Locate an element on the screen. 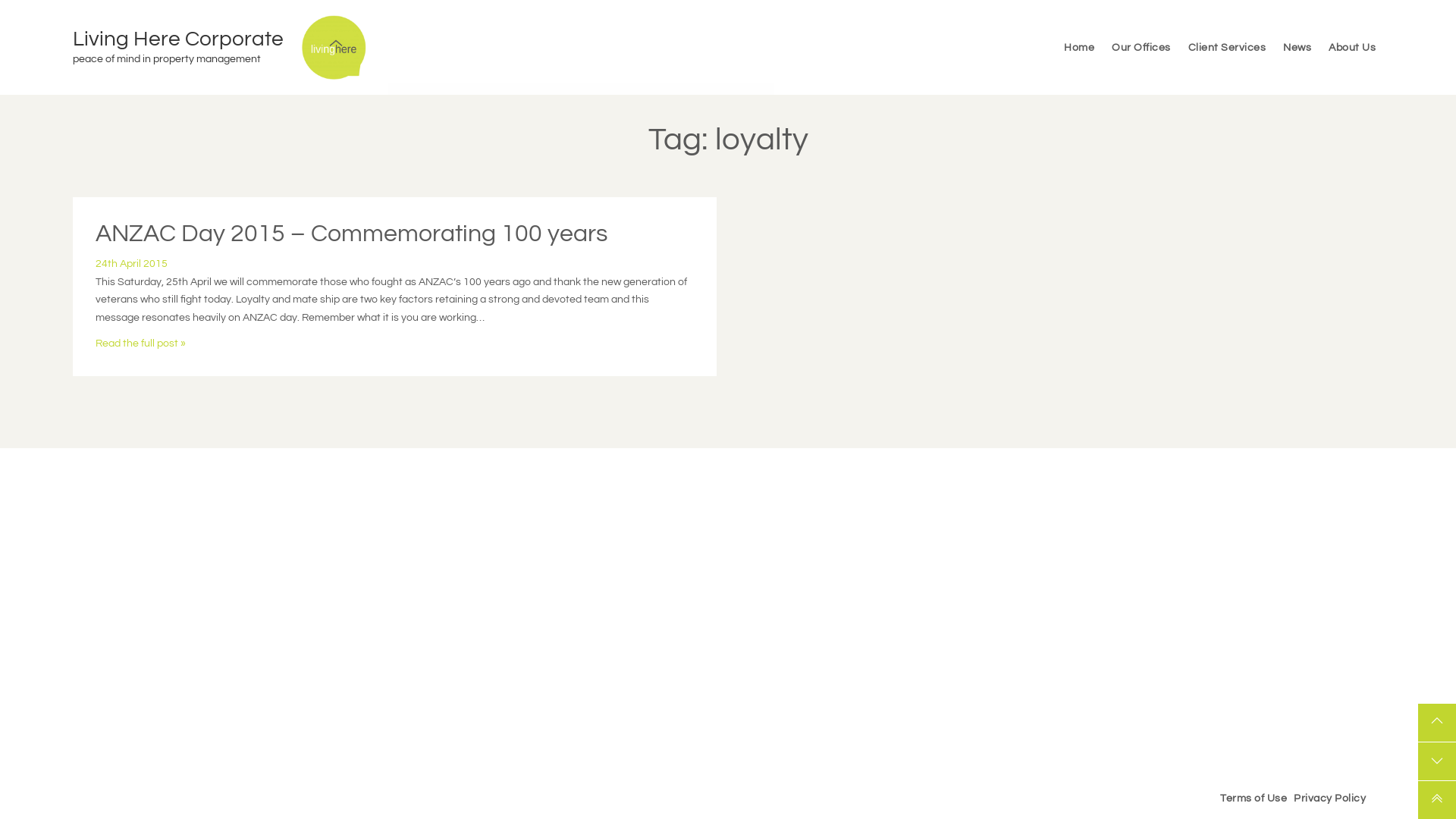  'Privacy Policy' is located at coordinates (1291, 798).